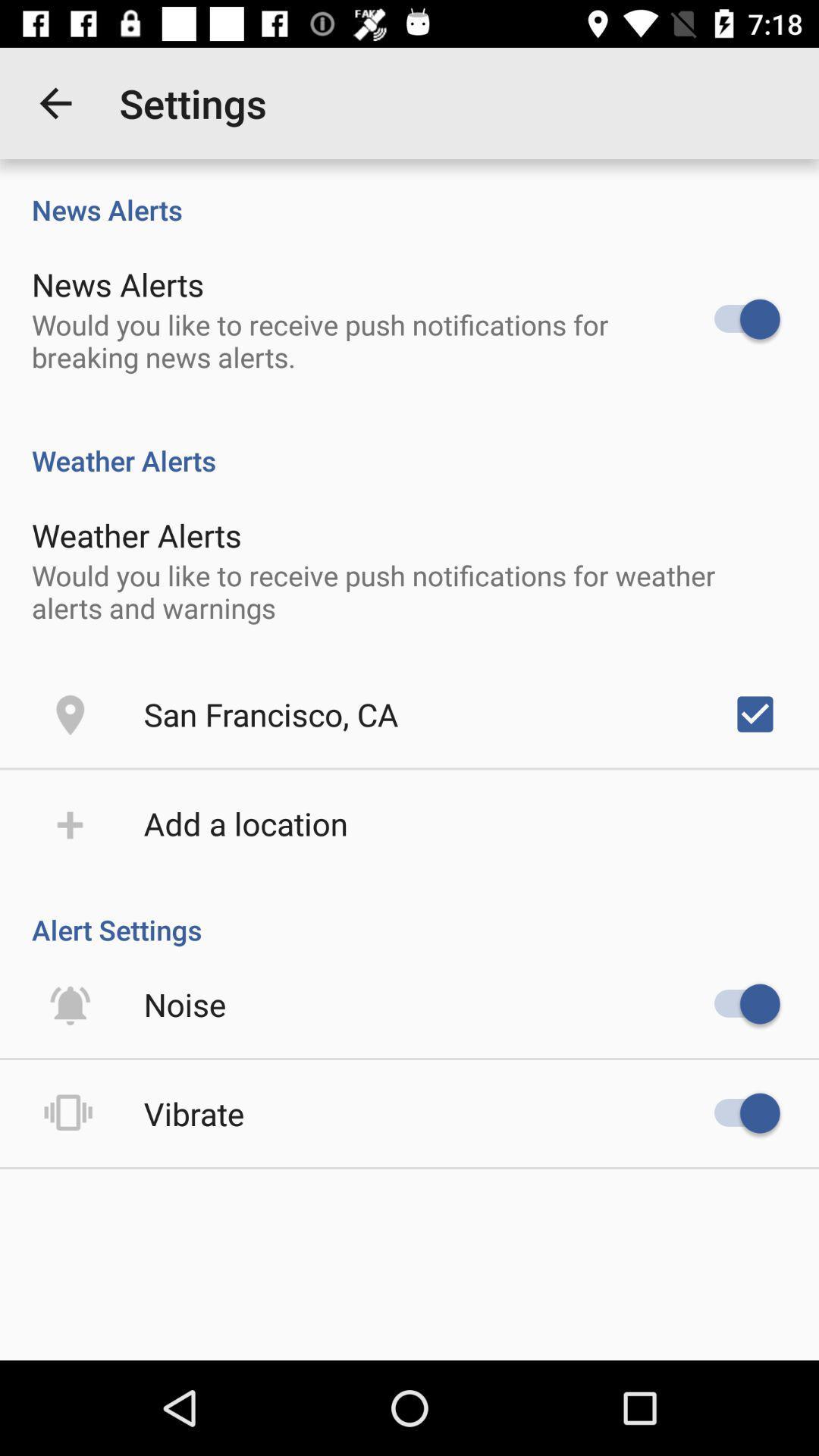 The width and height of the screenshot is (819, 1456). What do you see at coordinates (755, 713) in the screenshot?
I see `the item below would you like item` at bounding box center [755, 713].